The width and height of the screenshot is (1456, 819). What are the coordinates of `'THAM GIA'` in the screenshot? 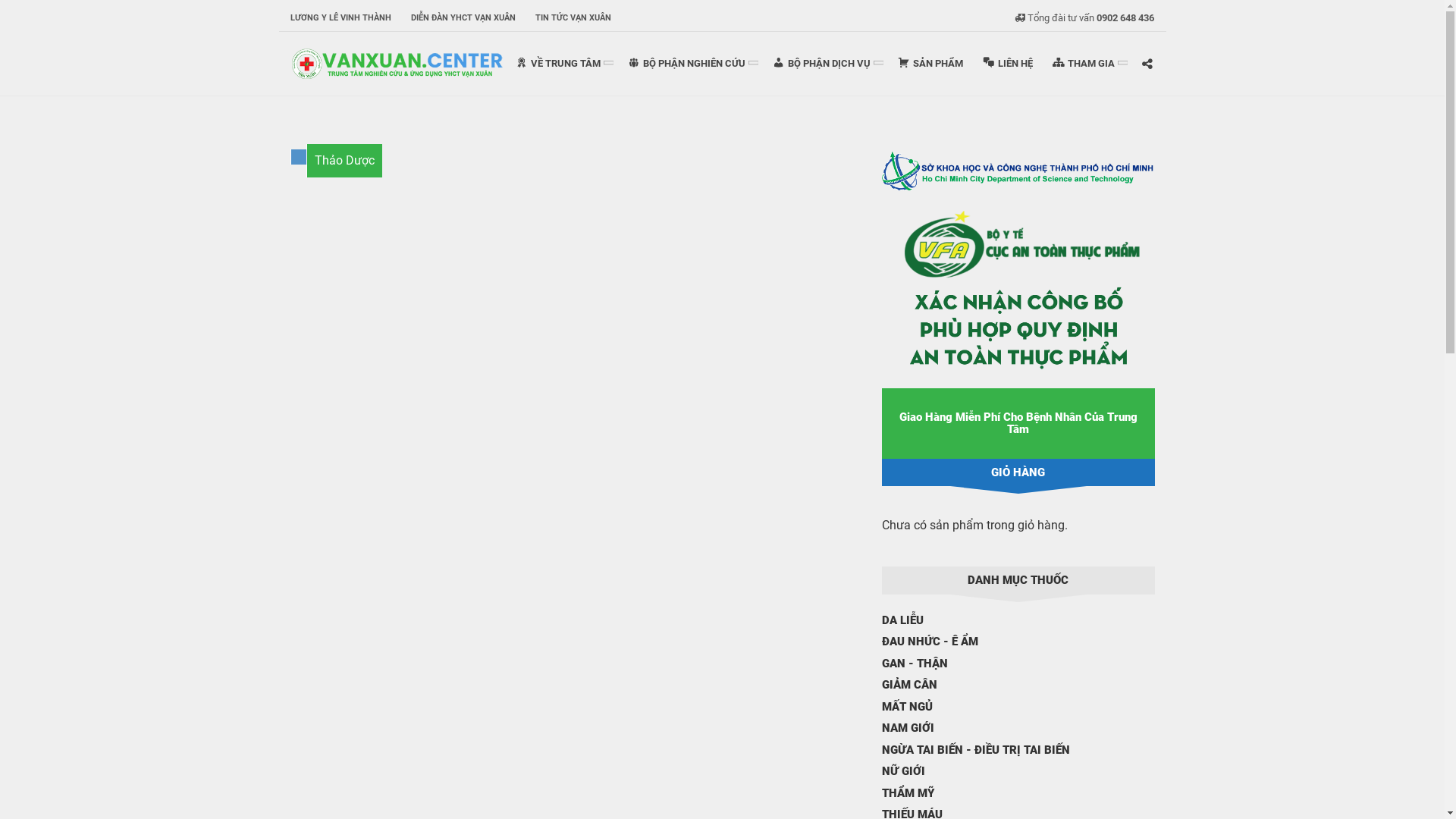 It's located at (1041, 62).